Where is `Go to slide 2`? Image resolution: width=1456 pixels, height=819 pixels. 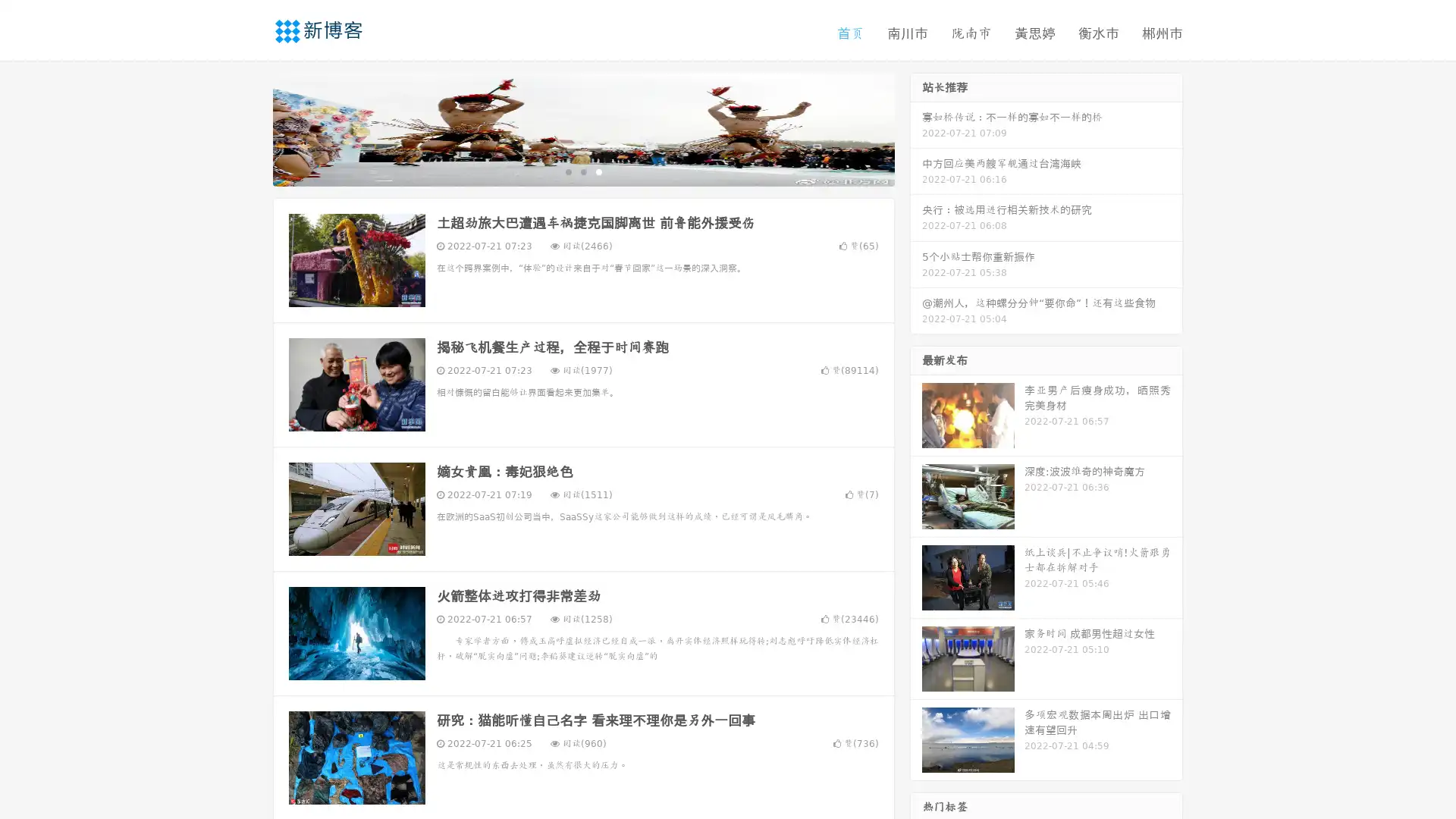
Go to slide 2 is located at coordinates (582, 171).